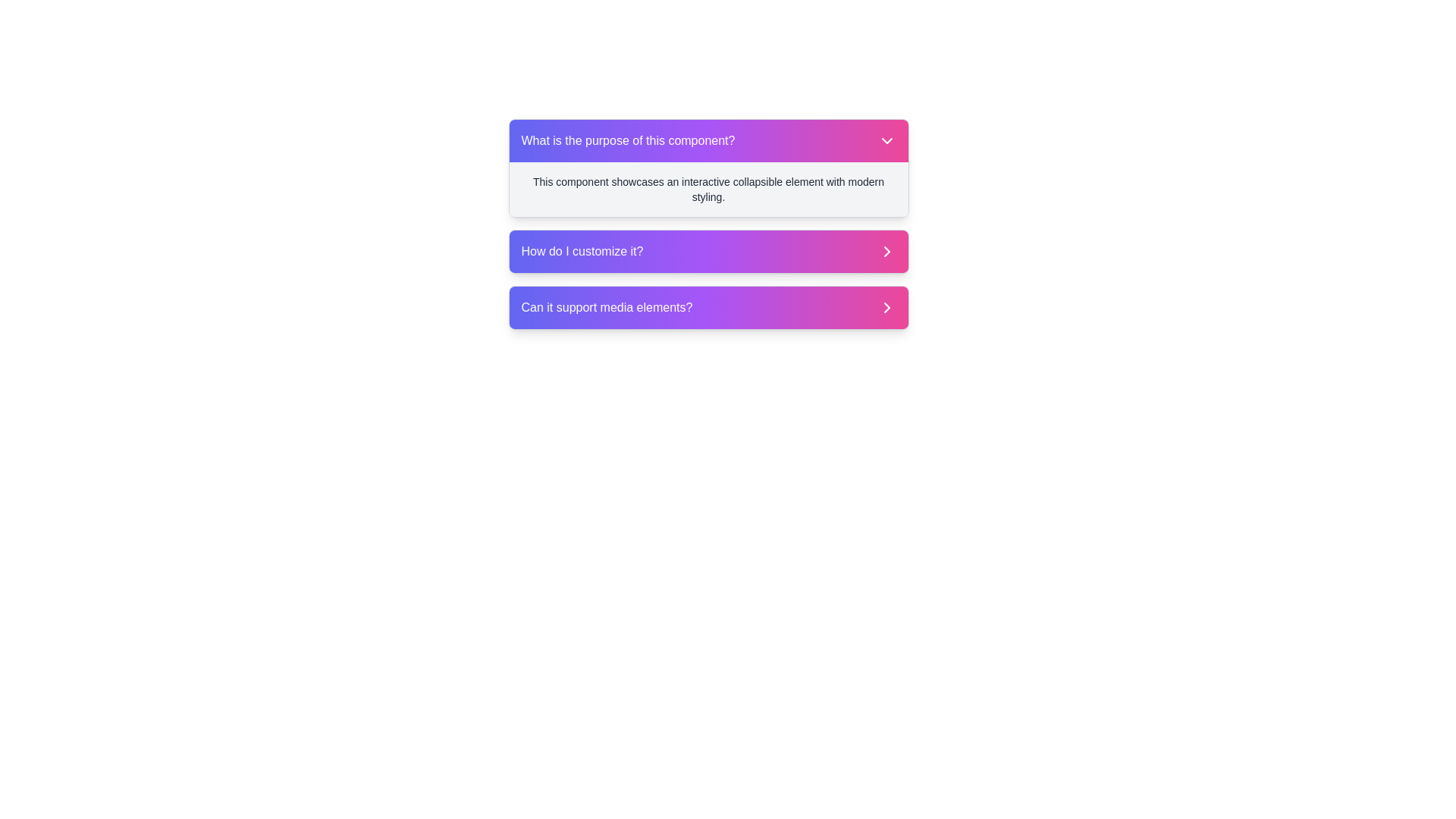 The image size is (1456, 819). I want to click on the chevron icon pointing to the right, located at the right edge of the collapsible panel labeled 'Can it support media elements?', so click(886, 307).